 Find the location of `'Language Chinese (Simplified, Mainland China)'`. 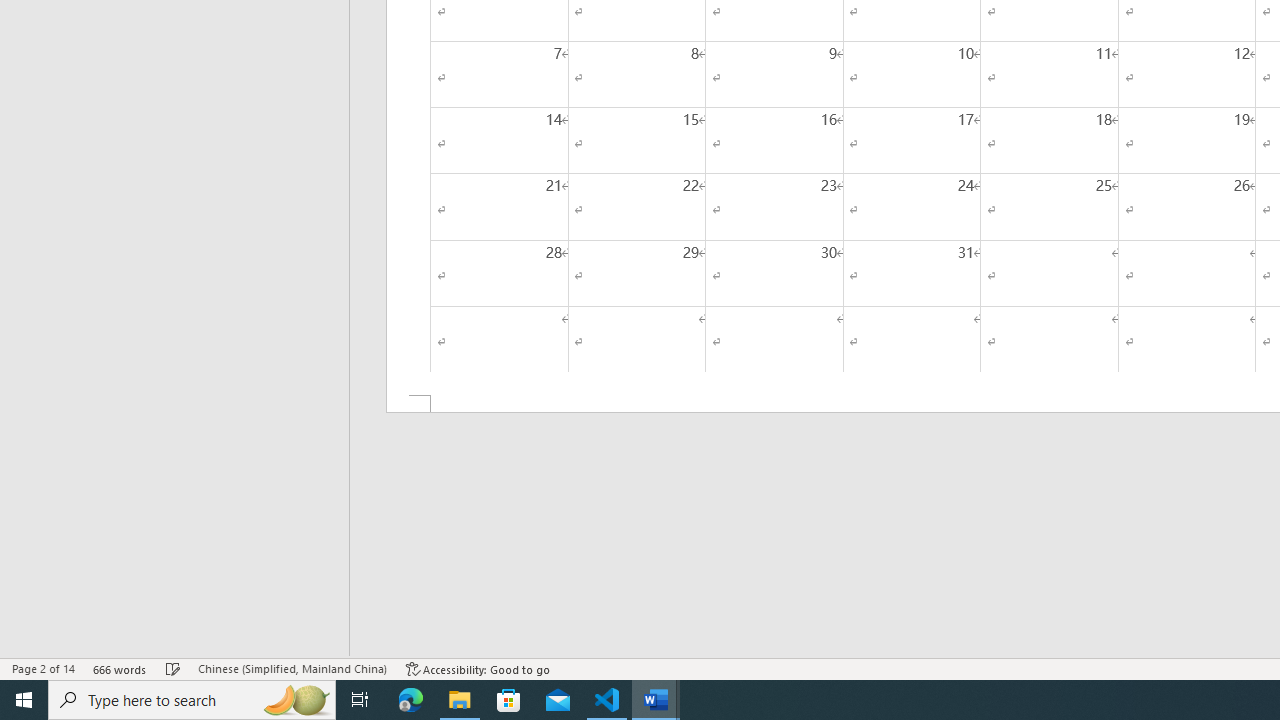

'Language Chinese (Simplified, Mainland China)' is located at coordinates (291, 669).